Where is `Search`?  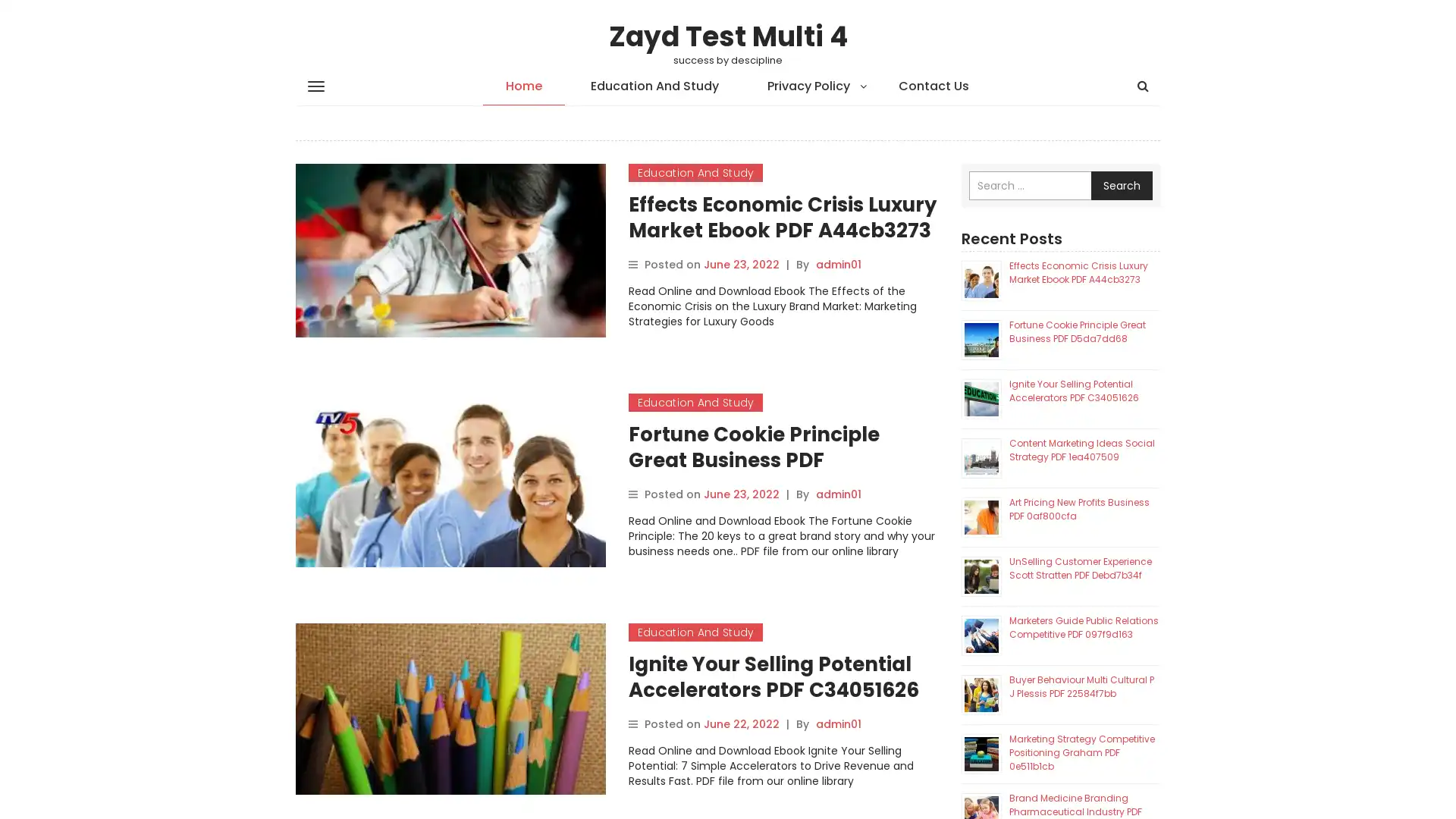
Search is located at coordinates (1122, 185).